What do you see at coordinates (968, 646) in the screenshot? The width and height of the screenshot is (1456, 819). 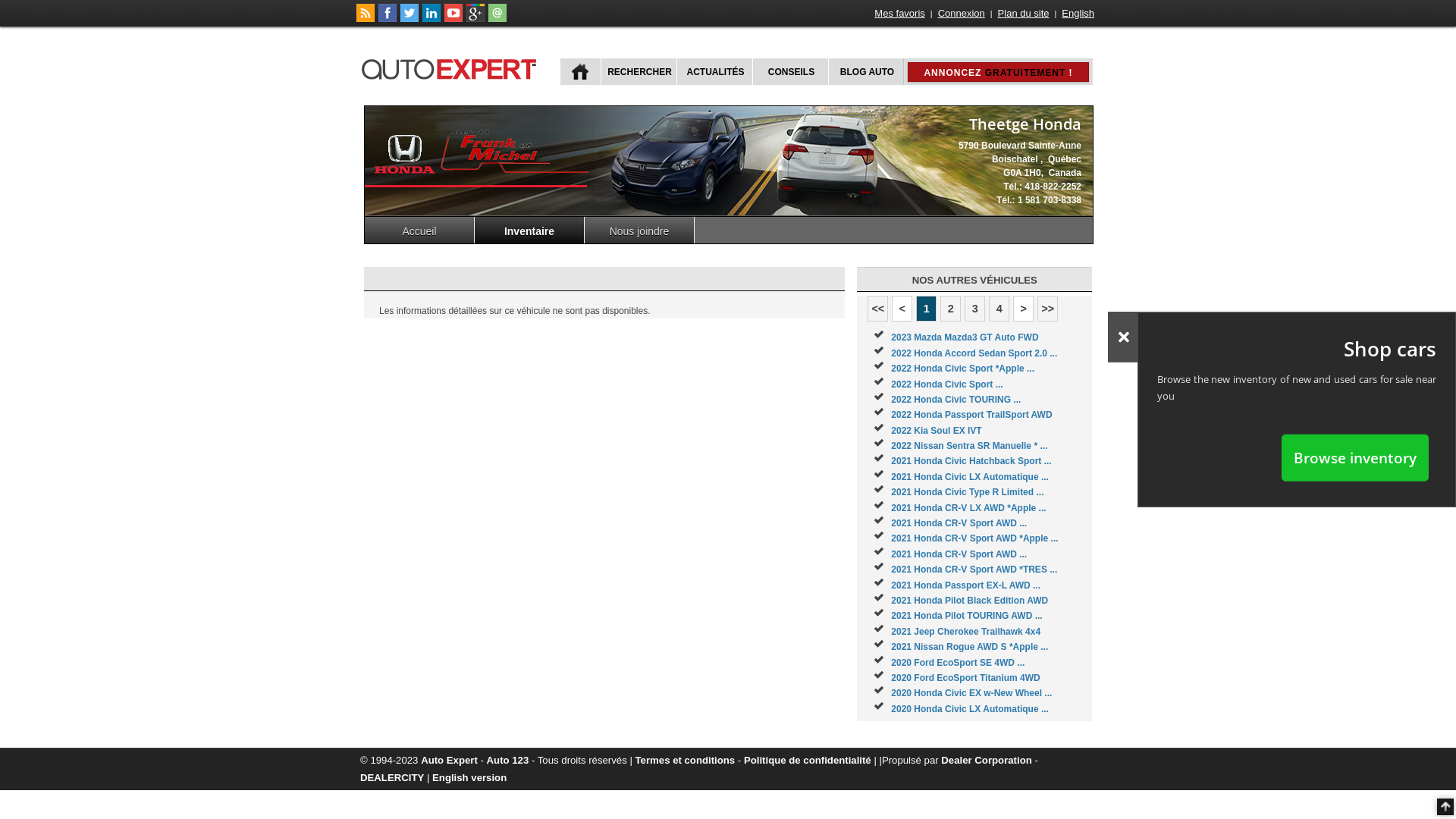 I see `'2021 Nissan Rogue AWD S *Apple ...'` at bounding box center [968, 646].